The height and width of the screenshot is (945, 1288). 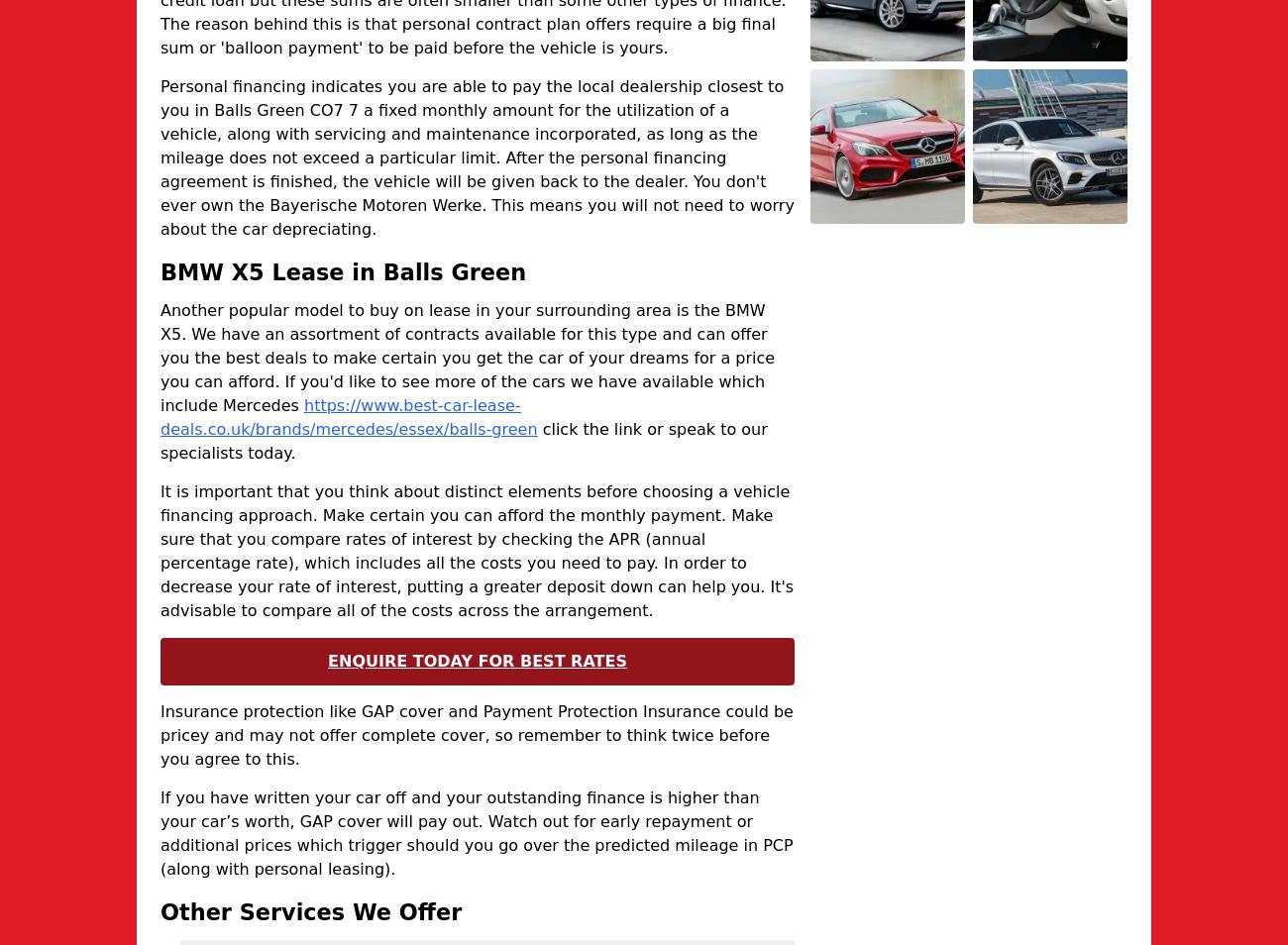 What do you see at coordinates (476, 660) in the screenshot?
I see `'ENQUIRE TODAY FOR BEST RATES'` at bounding box center [476, 660].